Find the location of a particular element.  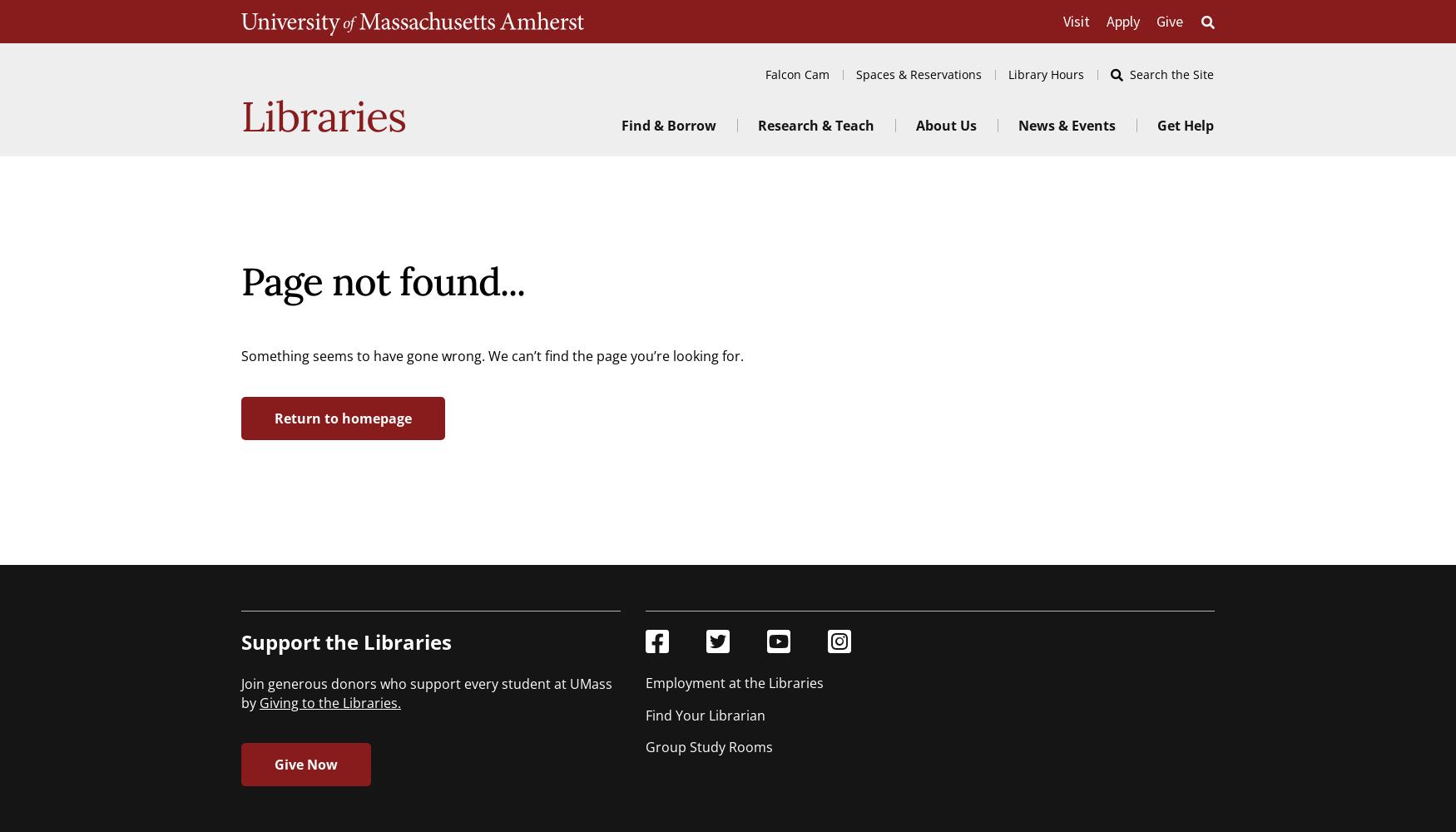

'Join generous donors who support every student at UMass by' is located at coordinates (240, 691).